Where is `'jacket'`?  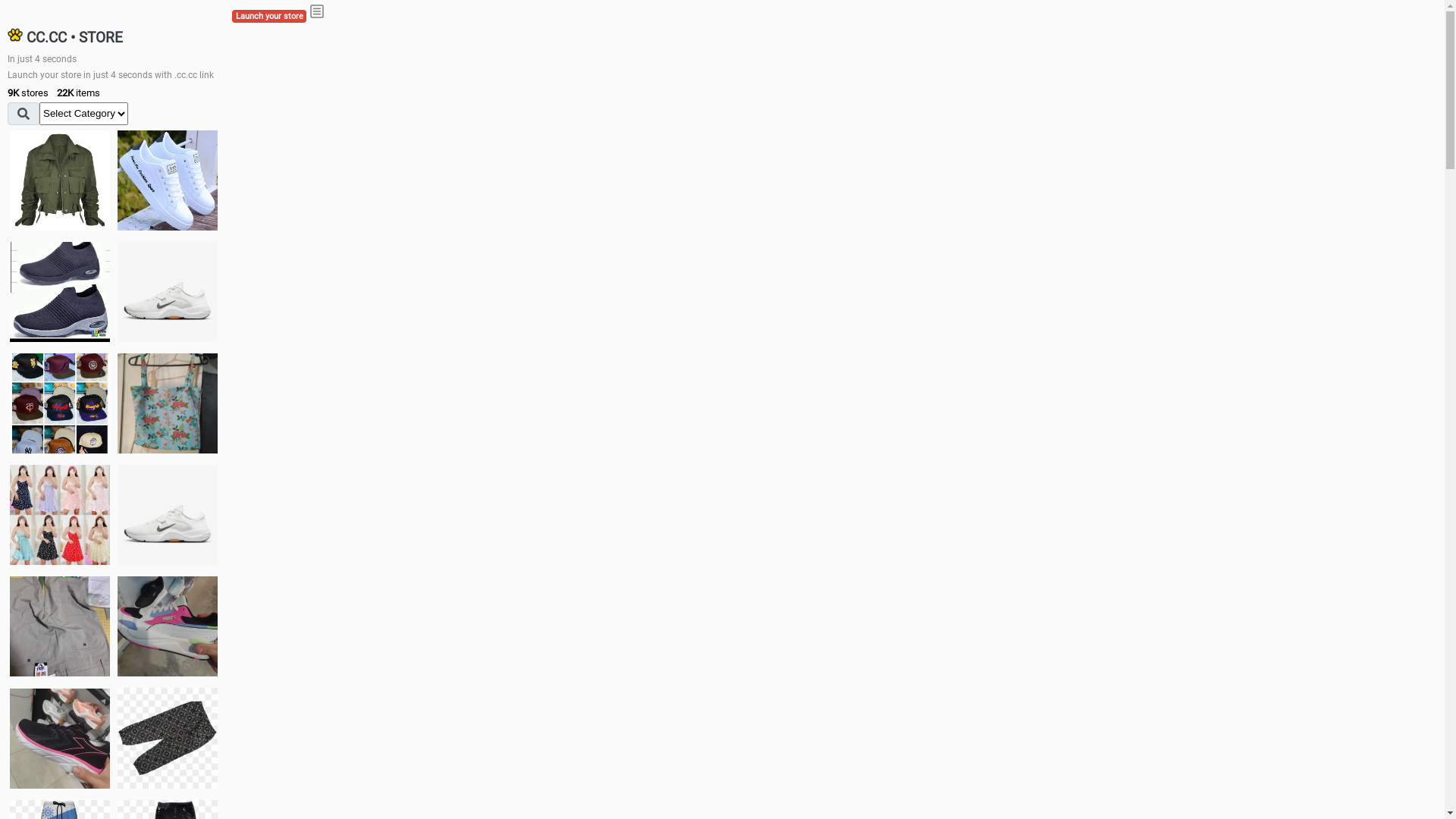
'jacket' is located at coordinates (59, 180).